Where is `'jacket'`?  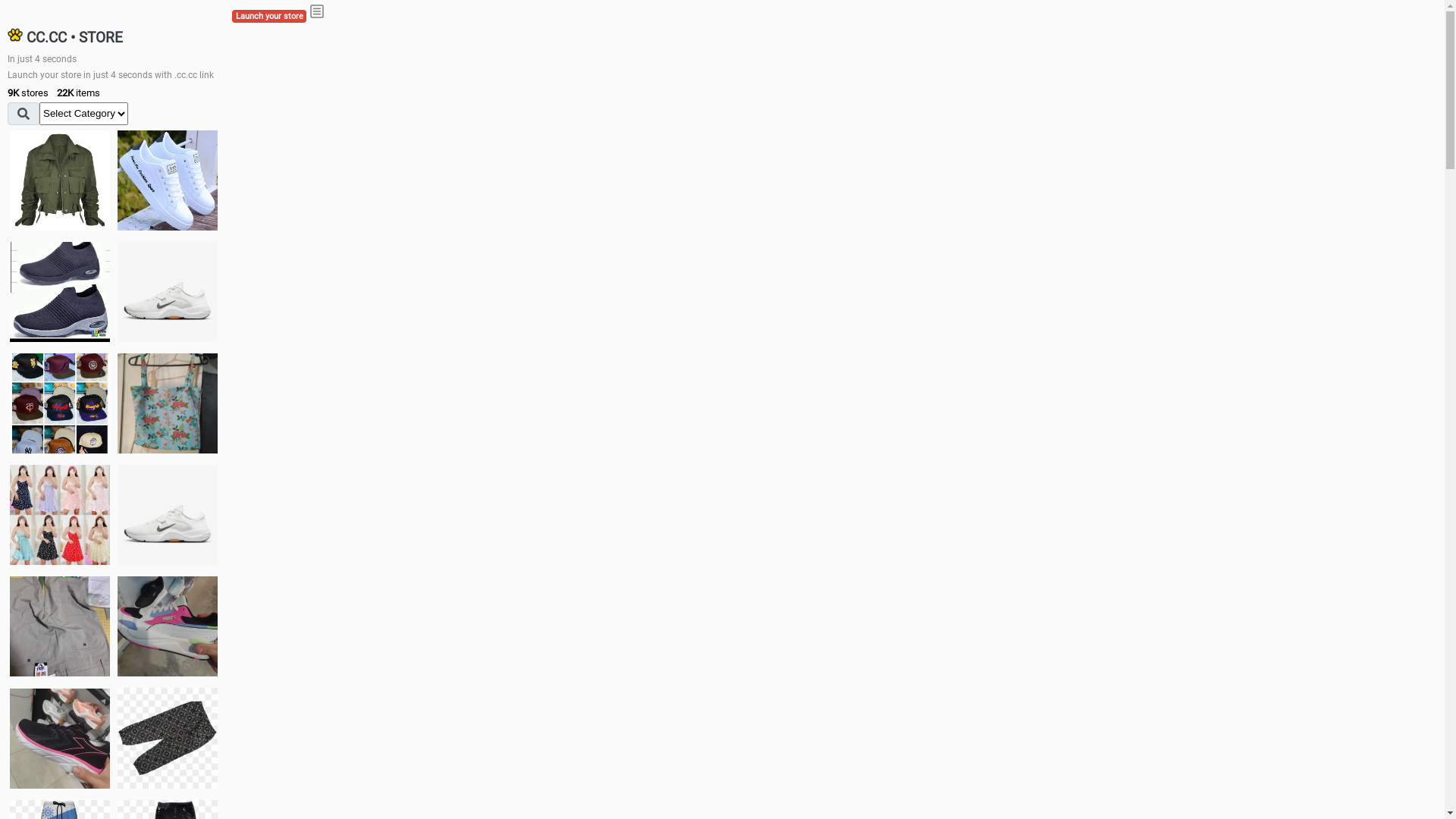
'jacket' is located at coordinates (59, 180).